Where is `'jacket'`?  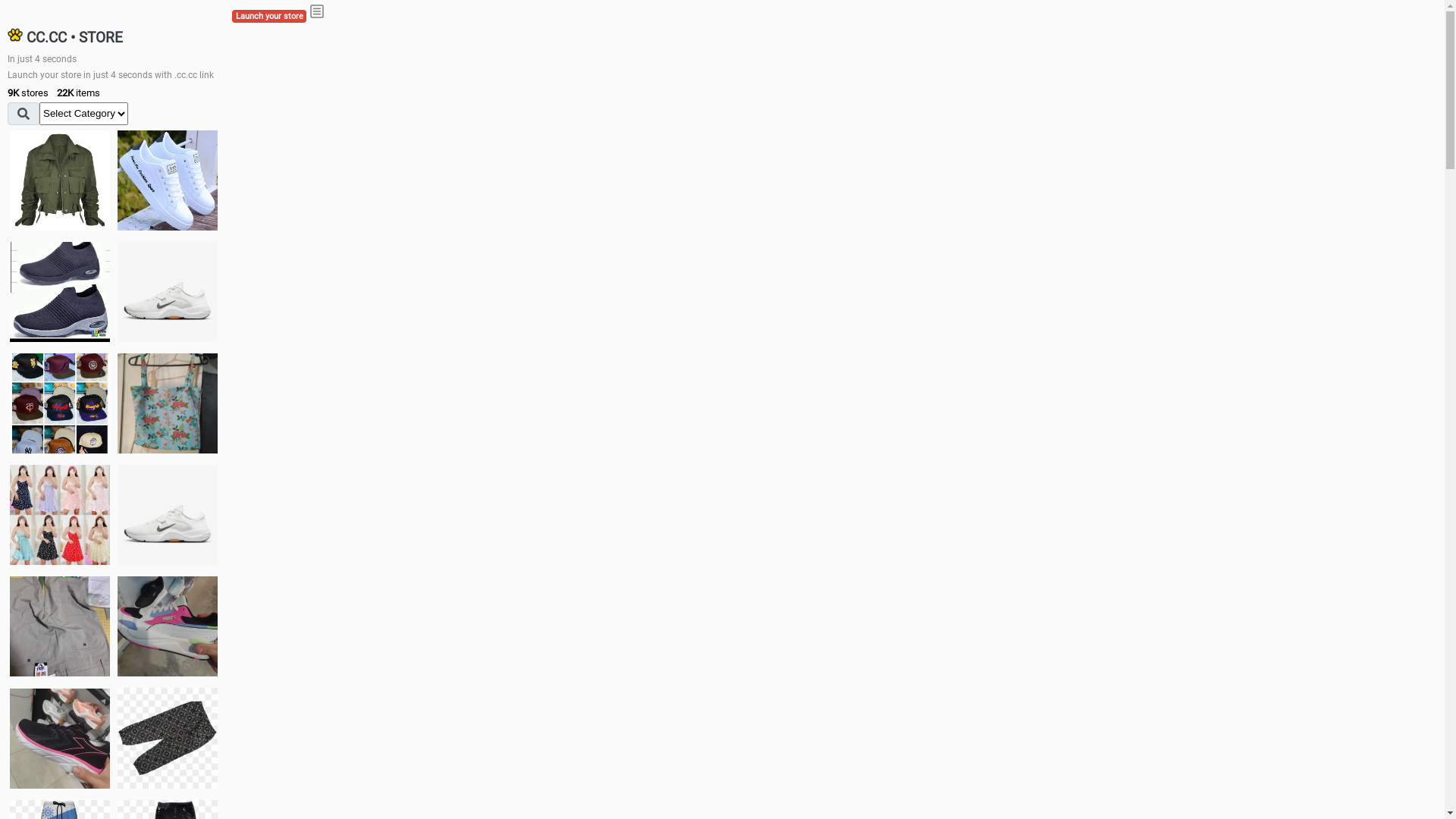
'jacket' is located at coordinates (59, 180).